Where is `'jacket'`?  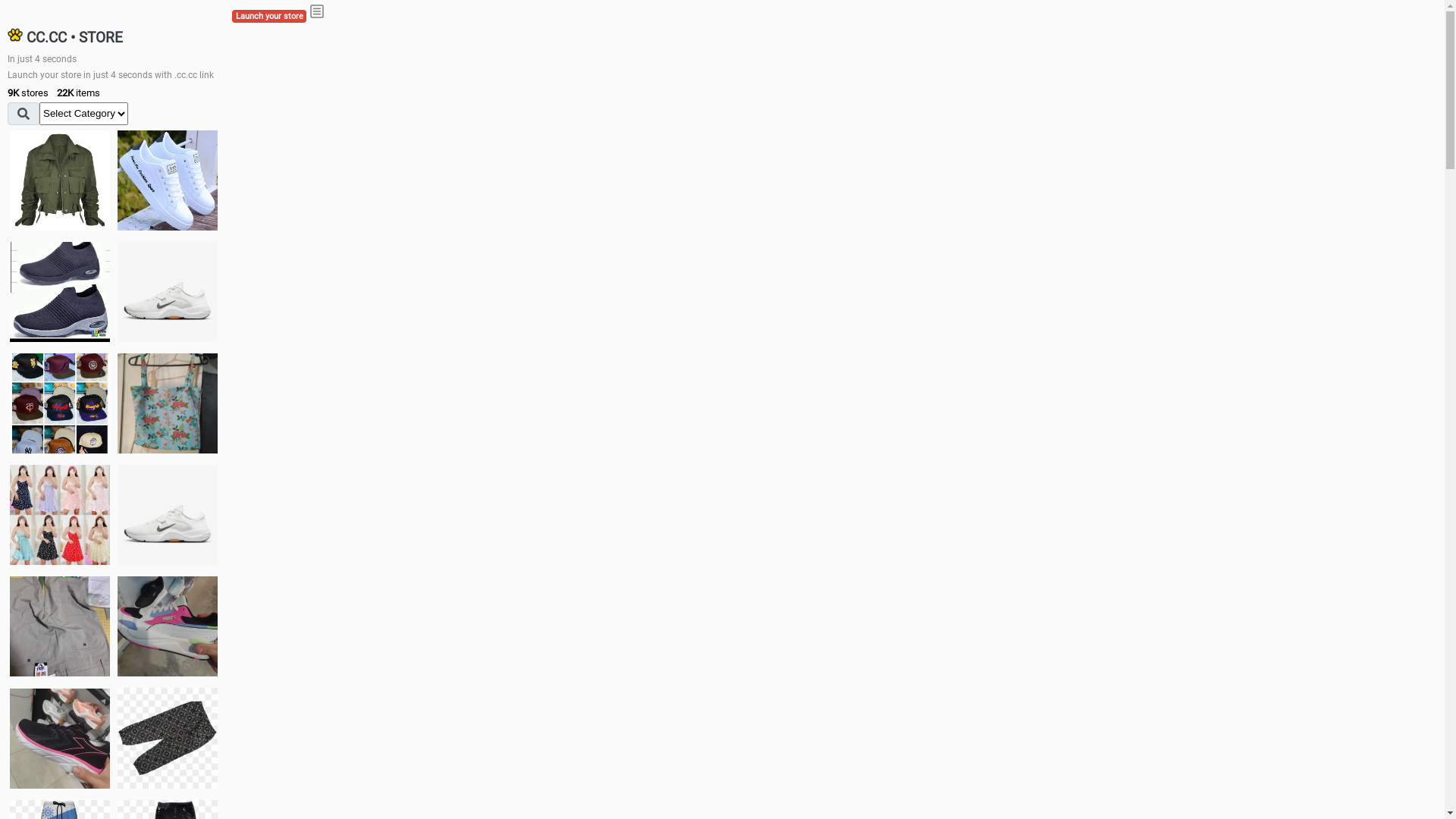
'jacket' is located at coordinates (59, 180).